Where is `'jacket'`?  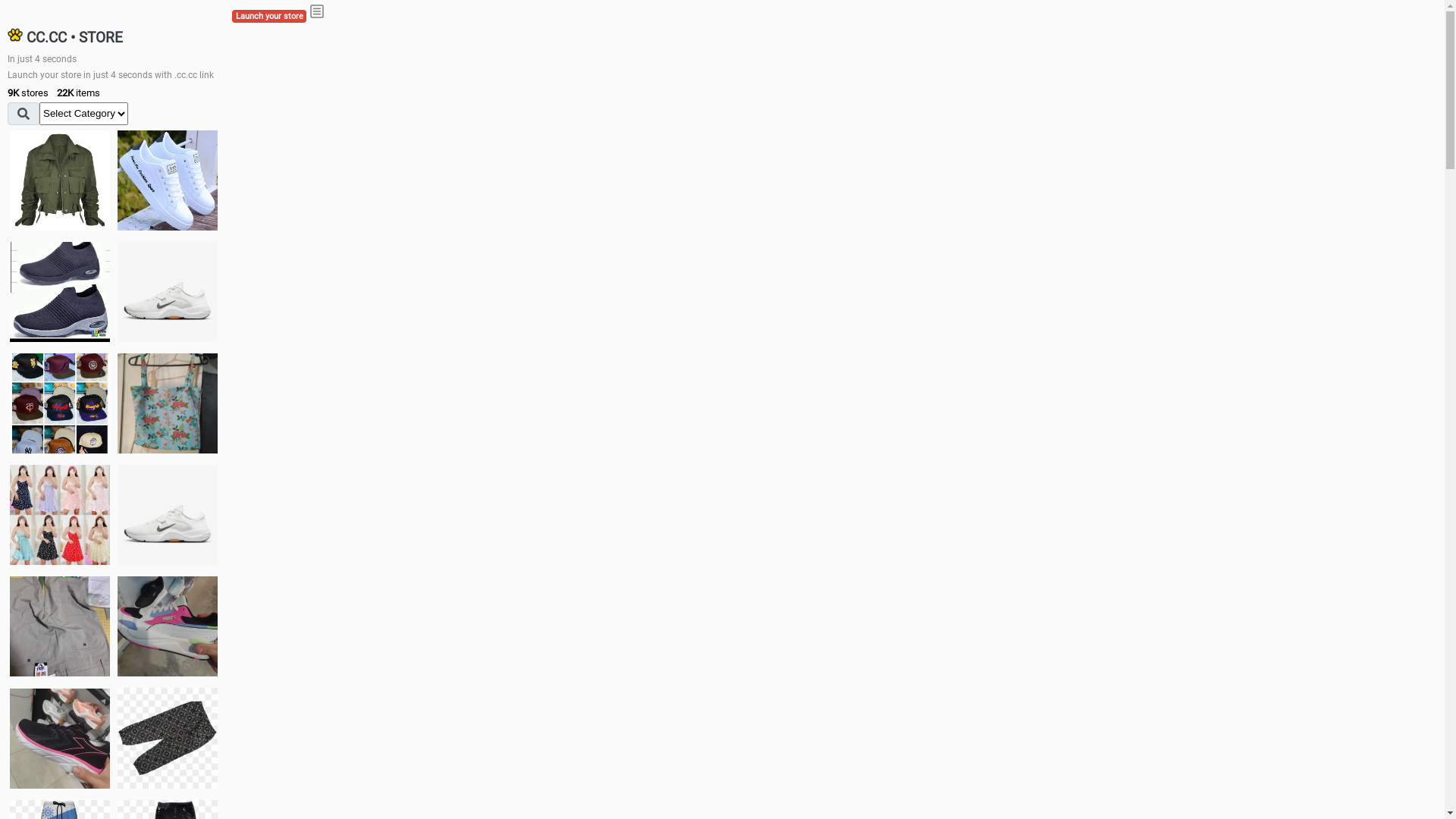
'jacket' is located at coordinates (59, 180).